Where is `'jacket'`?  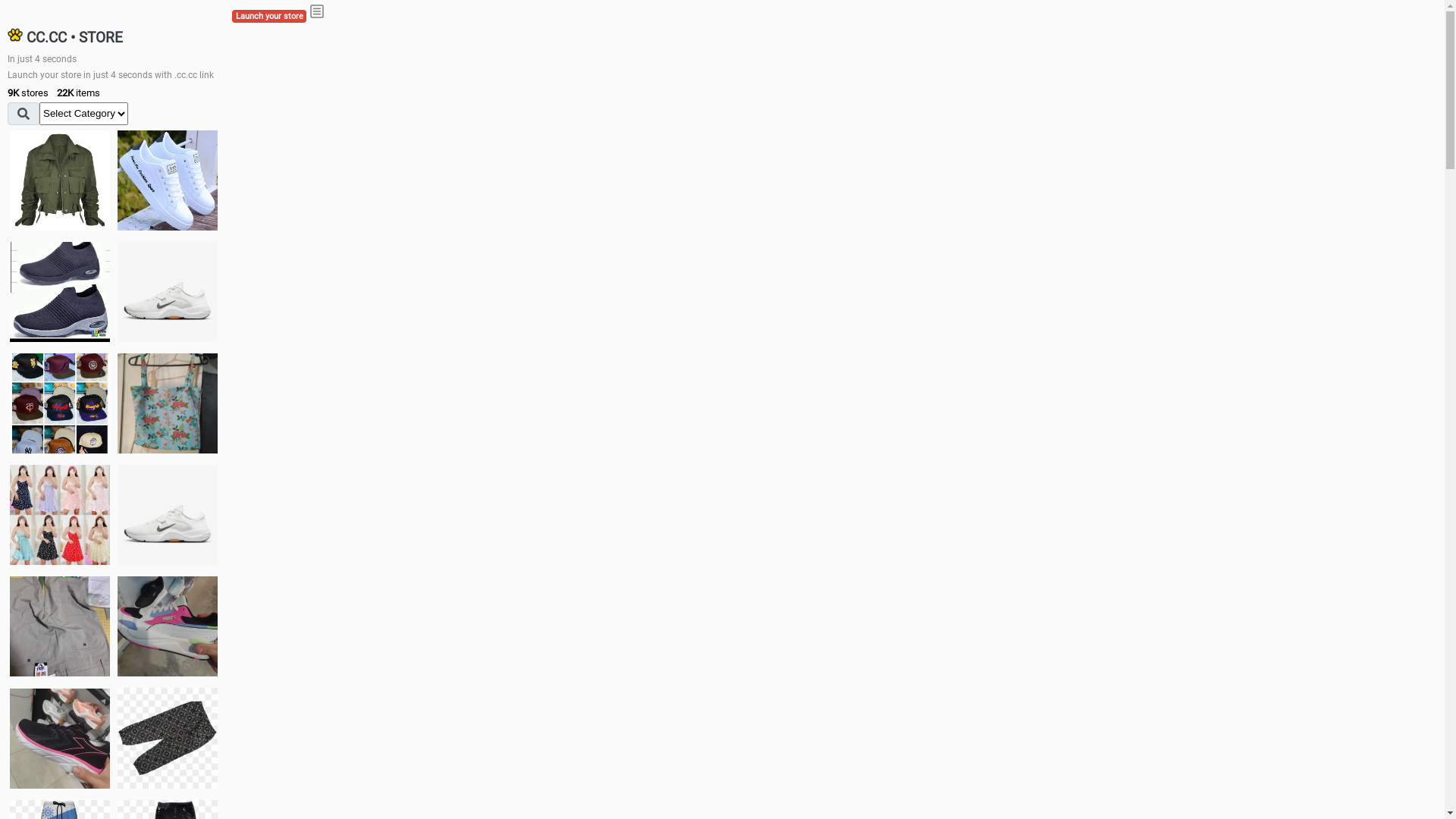
'jacket' is located at coordinates (59, 180).